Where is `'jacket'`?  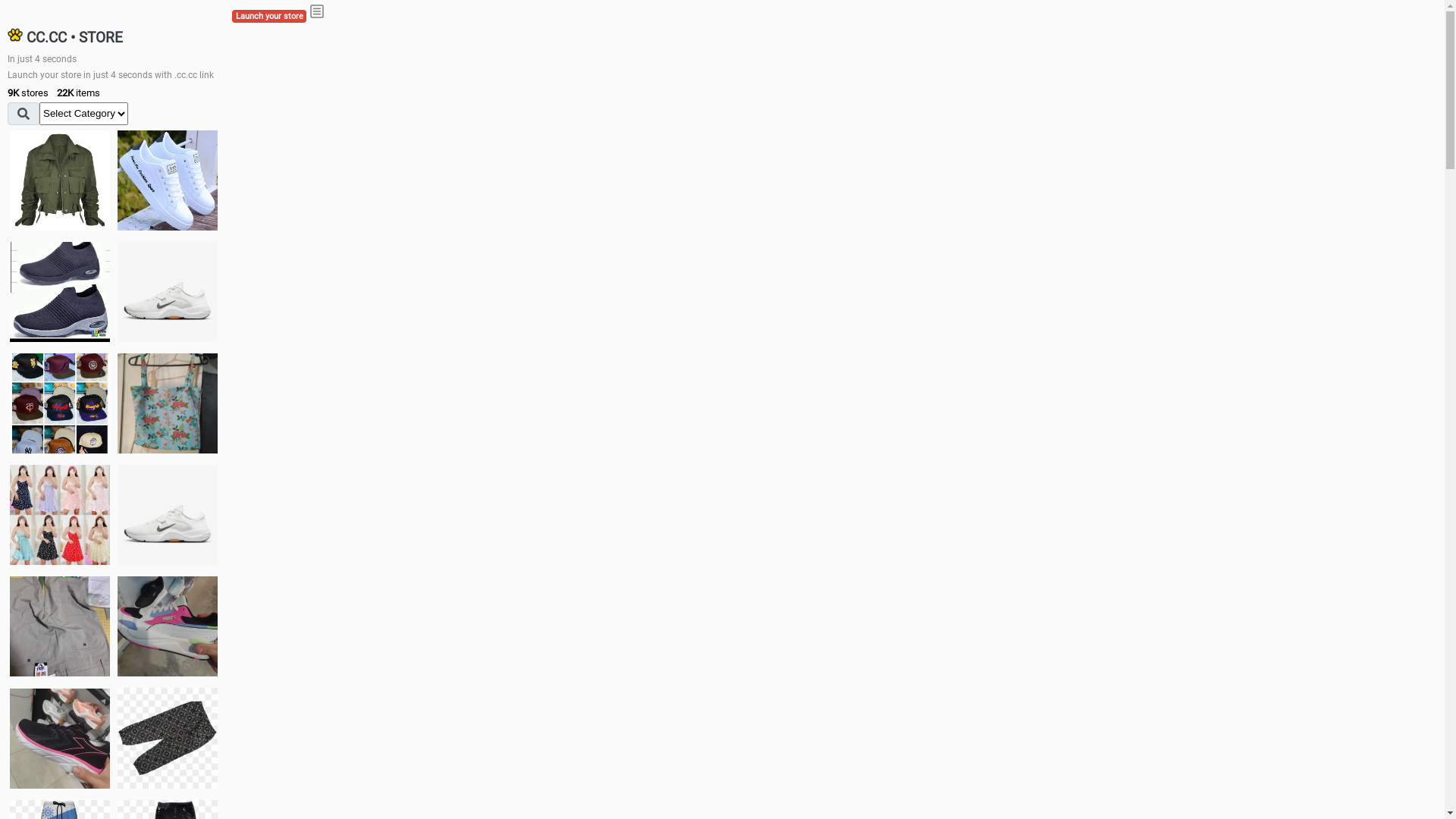
'jacket' is located at coordinates (59, 180).